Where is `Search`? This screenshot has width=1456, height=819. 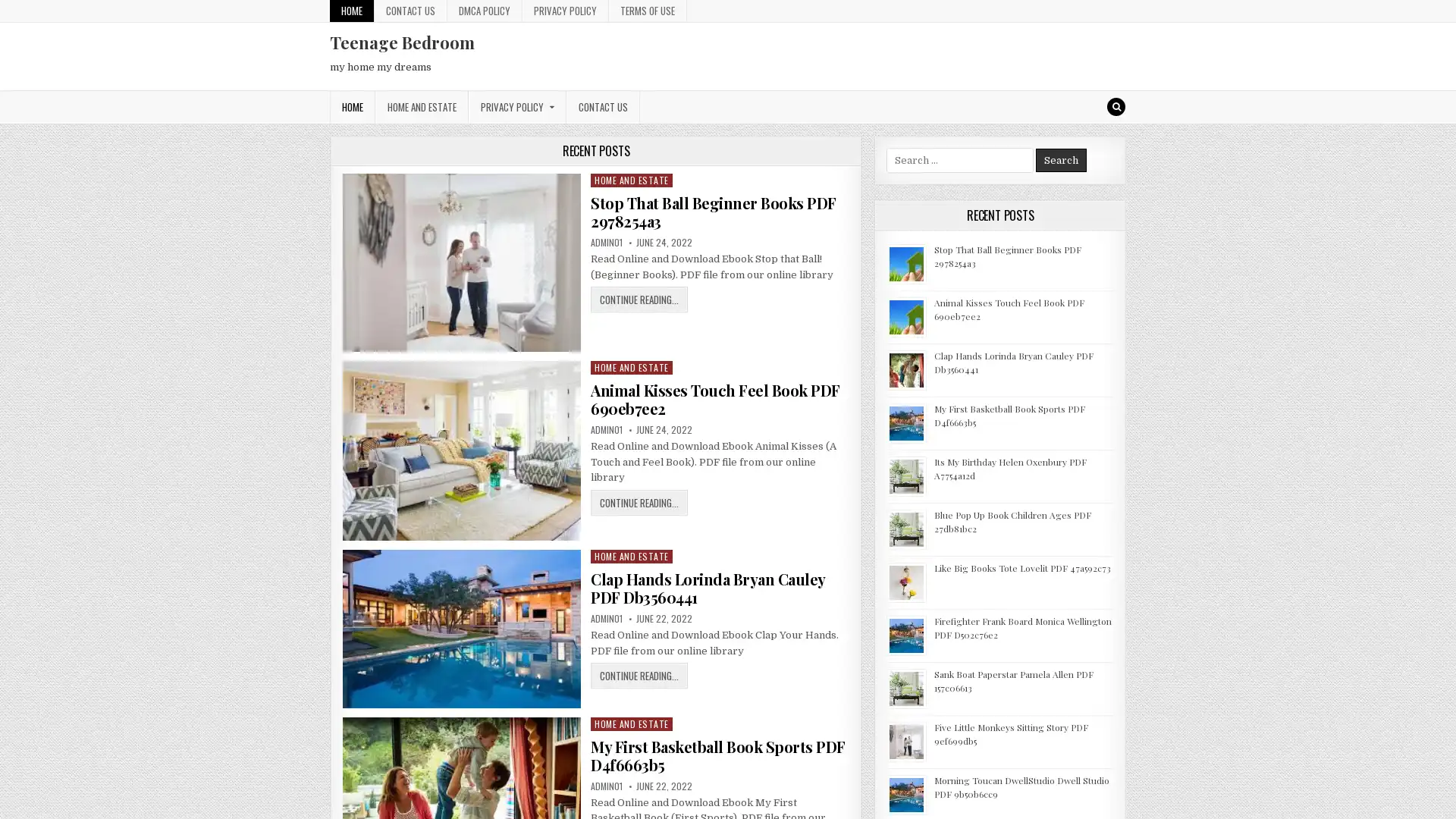
Search is located at coordinates (1060, 160).